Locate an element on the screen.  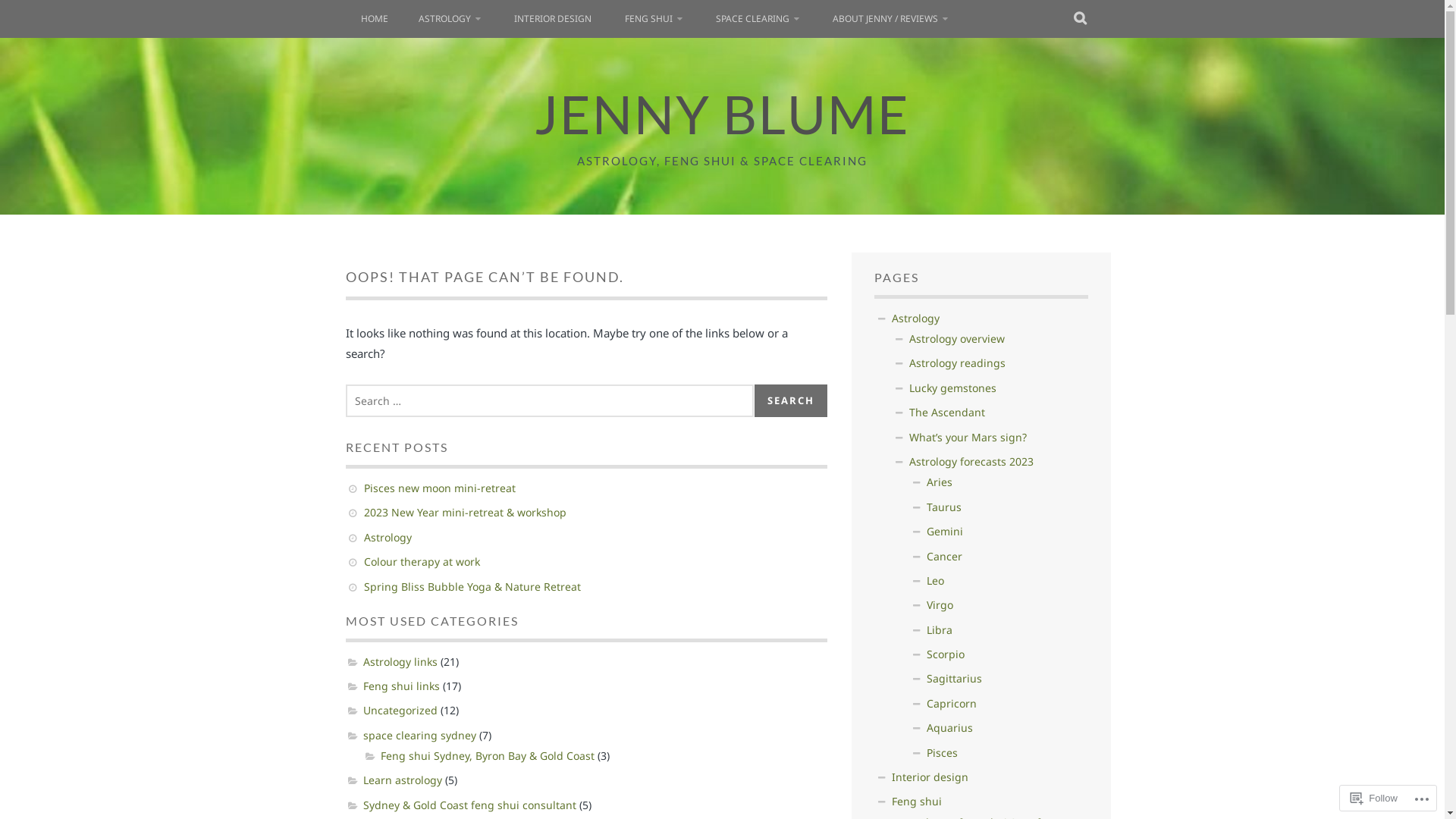
'INTERIOR DESIGN' is located at coordinates (552, 18).